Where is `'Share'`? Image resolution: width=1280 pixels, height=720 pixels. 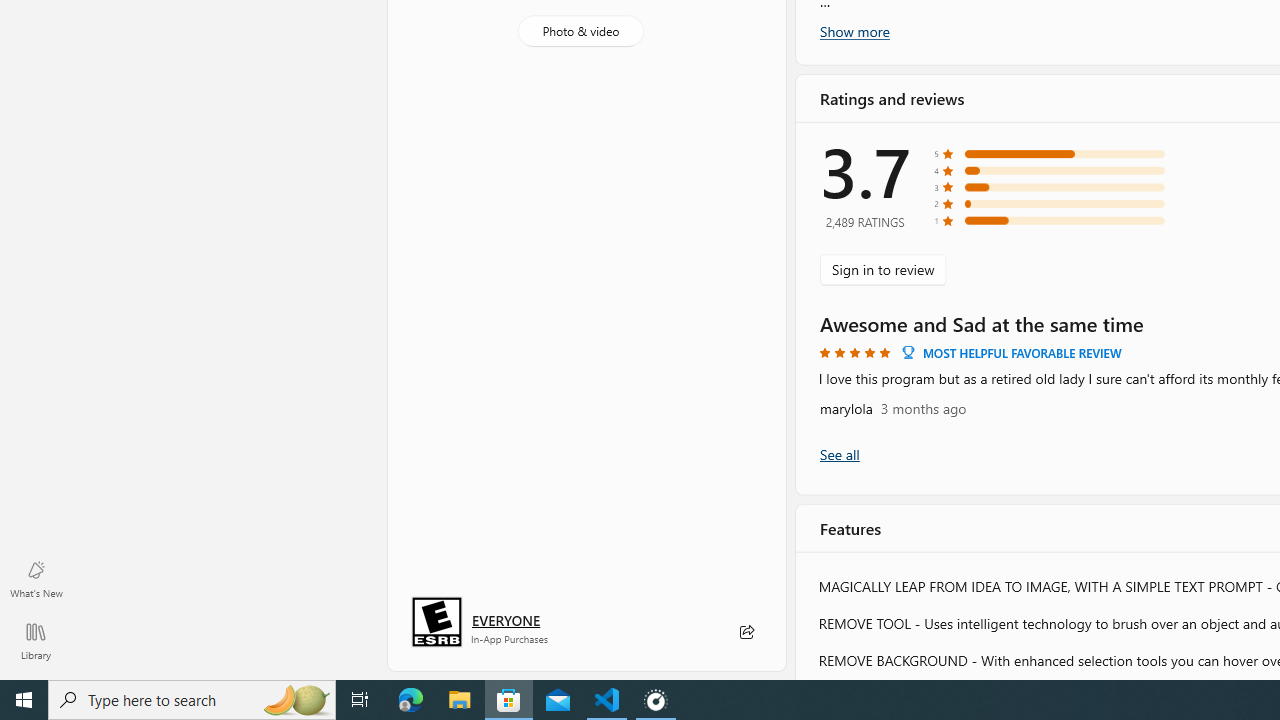
'Share' is located at coordinates (745, 632).